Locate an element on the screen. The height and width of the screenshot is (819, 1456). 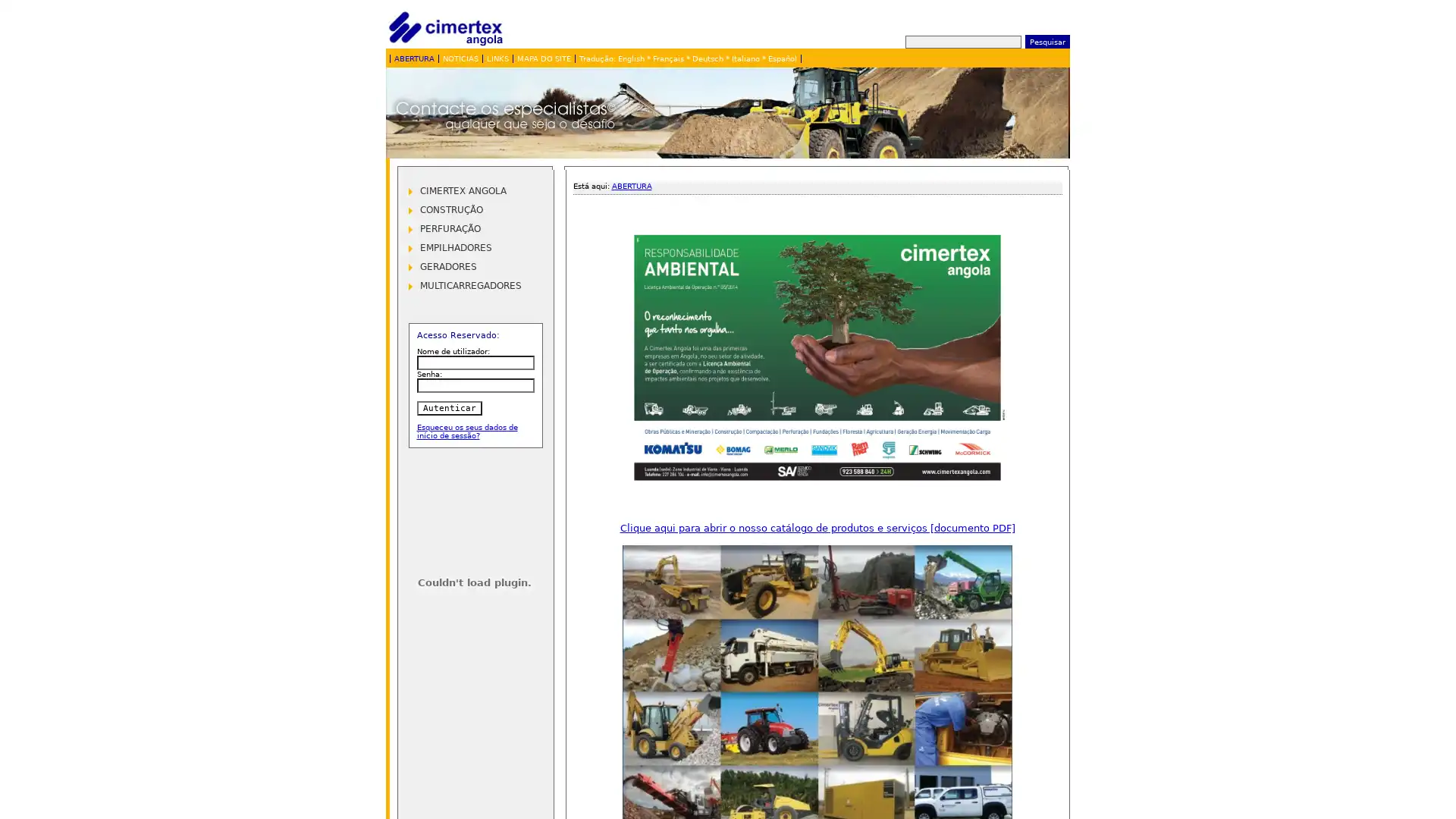
Autenticar is located at coordinates (447, 407).